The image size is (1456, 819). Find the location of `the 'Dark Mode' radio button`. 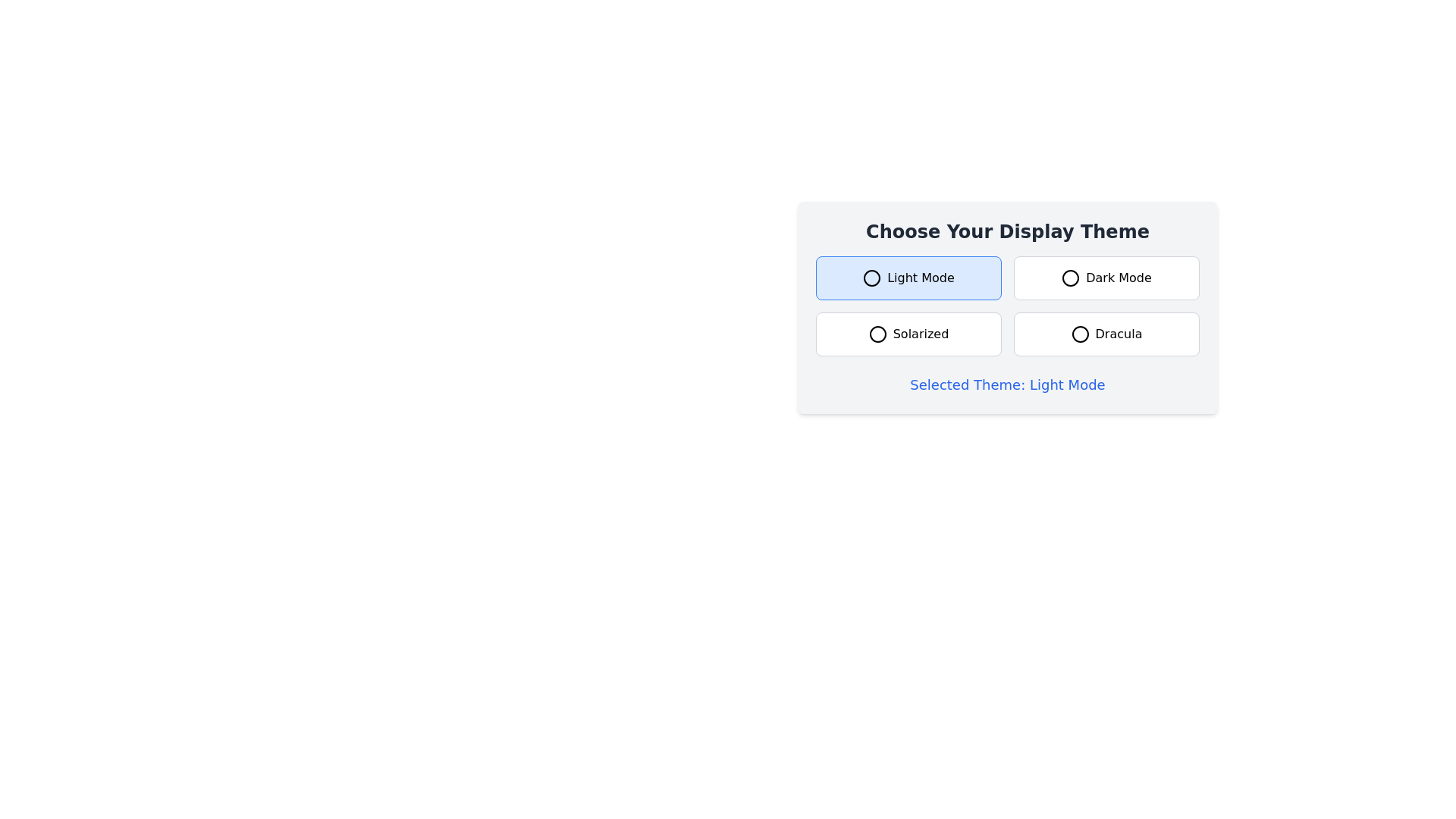

the 'Dark Mode' radio button is located at coordinates (1106, 278).